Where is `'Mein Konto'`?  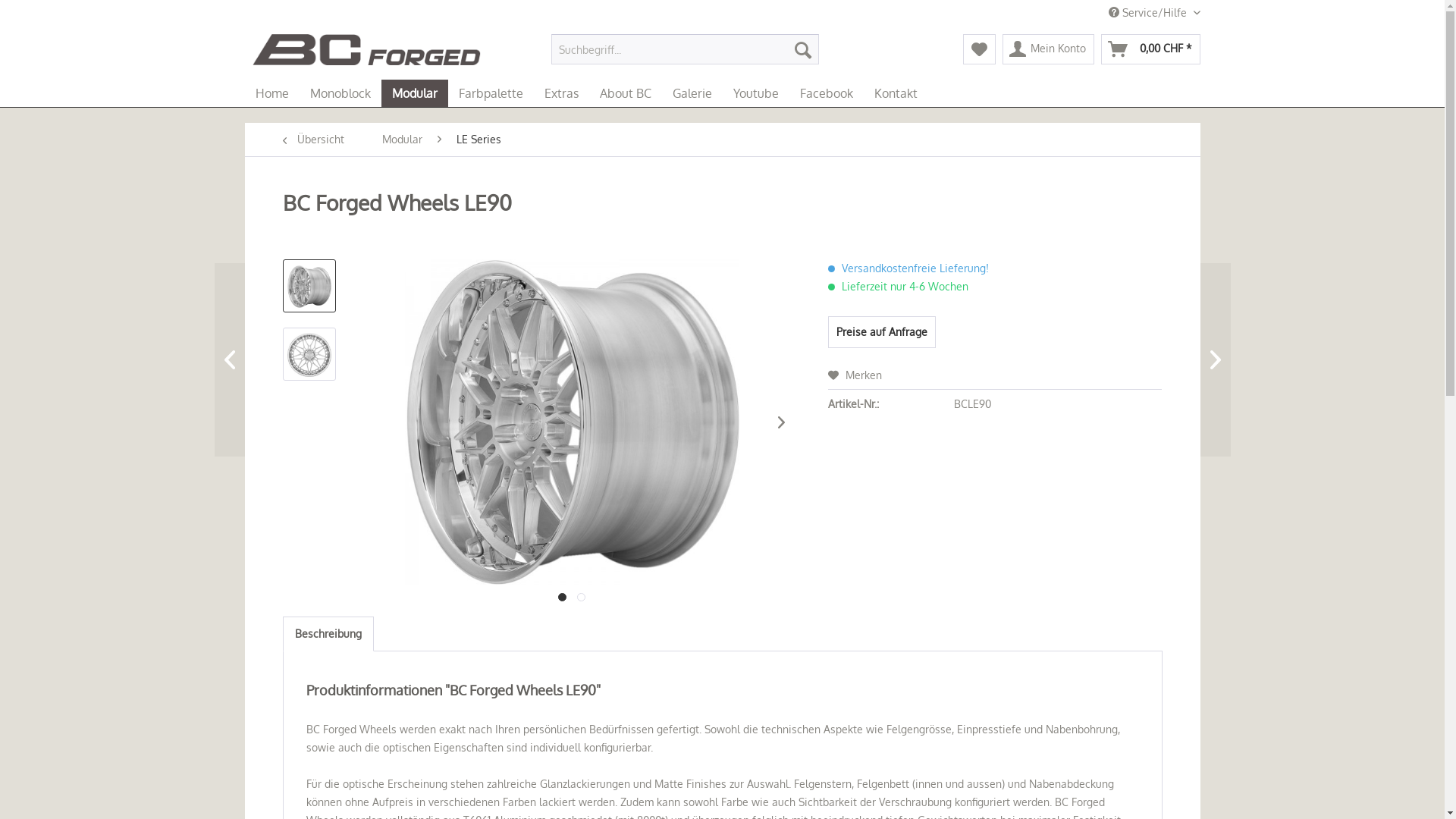 'Mein Konto' is located at coordinates (1047, 49).